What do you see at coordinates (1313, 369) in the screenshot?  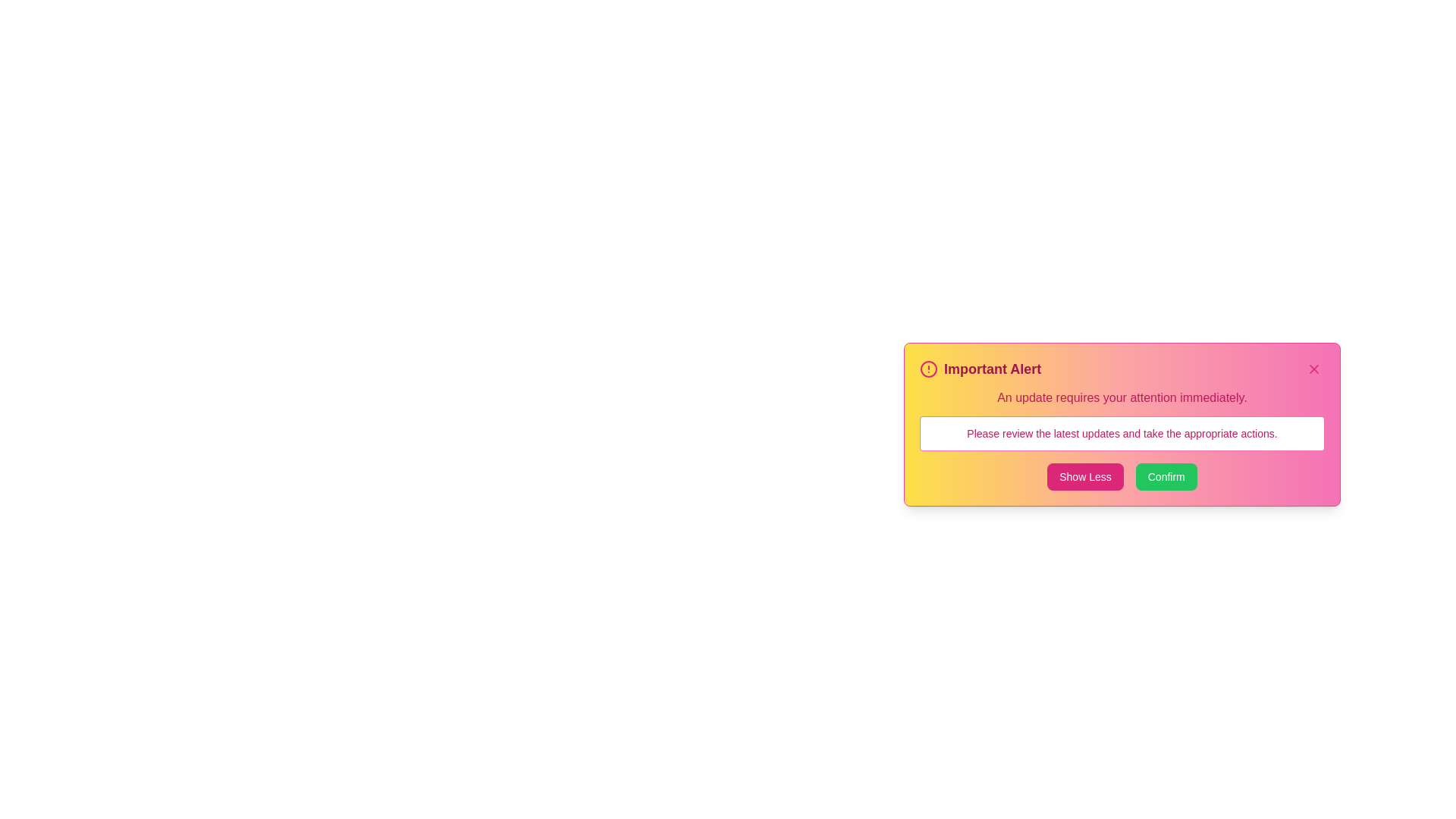 I see `the 'X' button in the top-right corner of the alert window to close it` at bounding box center [1313, 369].